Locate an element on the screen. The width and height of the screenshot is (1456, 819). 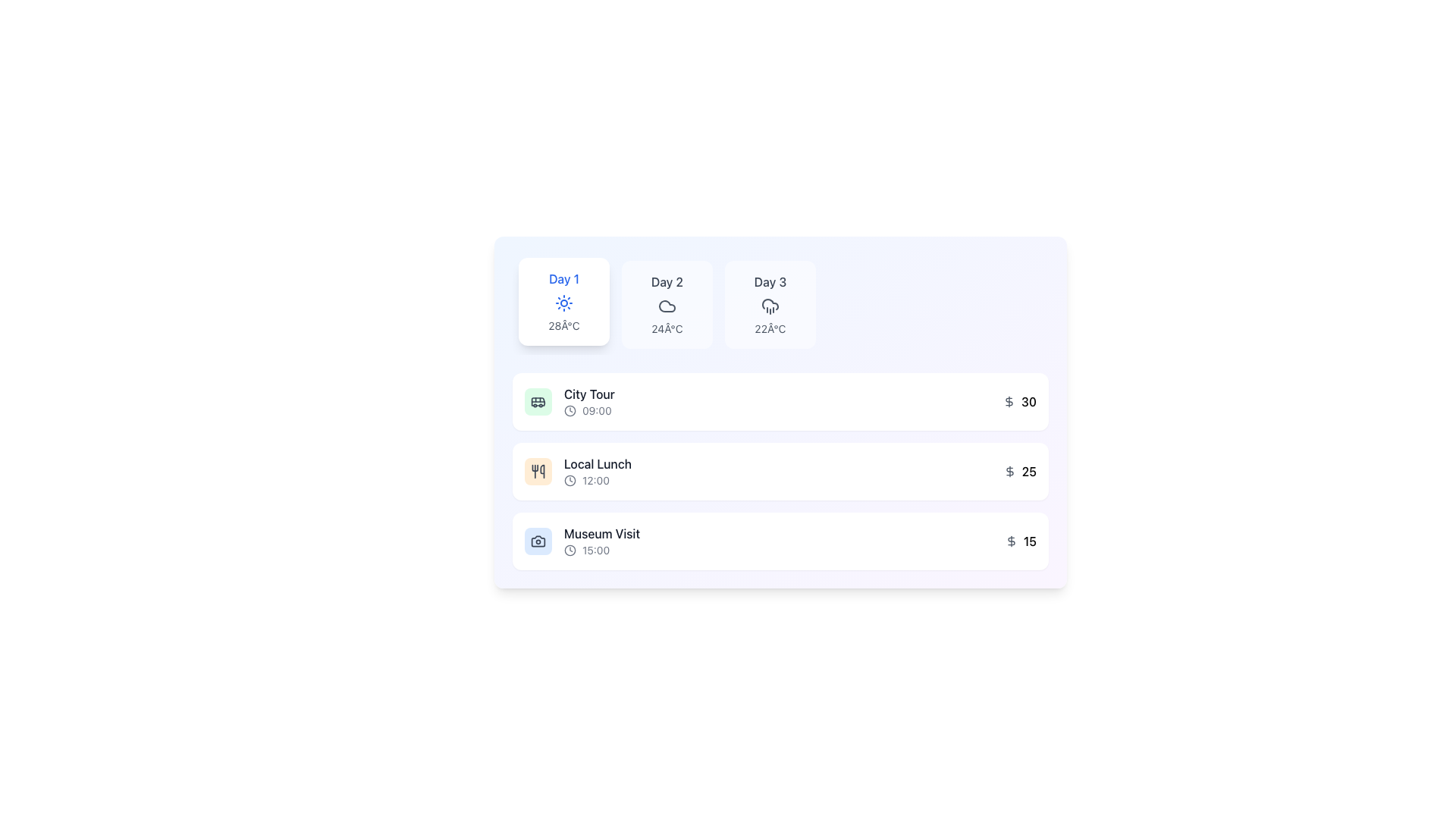
the Text Label that serves as the title of an event or activity, positioned above the '15:00' text and next to a camera icon is located at coordinates (601, 533).